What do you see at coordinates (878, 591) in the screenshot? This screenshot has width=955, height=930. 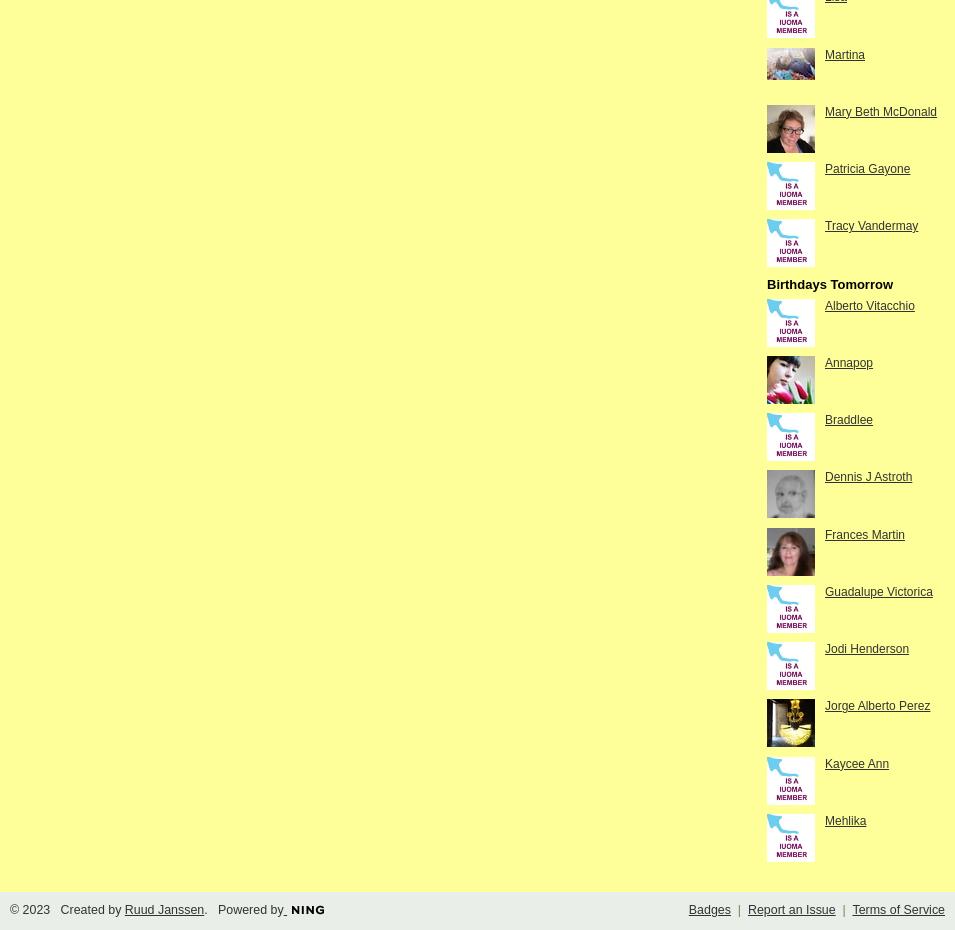 I see `'Guadalupe Victorica'` at bounding box center [878, 591].